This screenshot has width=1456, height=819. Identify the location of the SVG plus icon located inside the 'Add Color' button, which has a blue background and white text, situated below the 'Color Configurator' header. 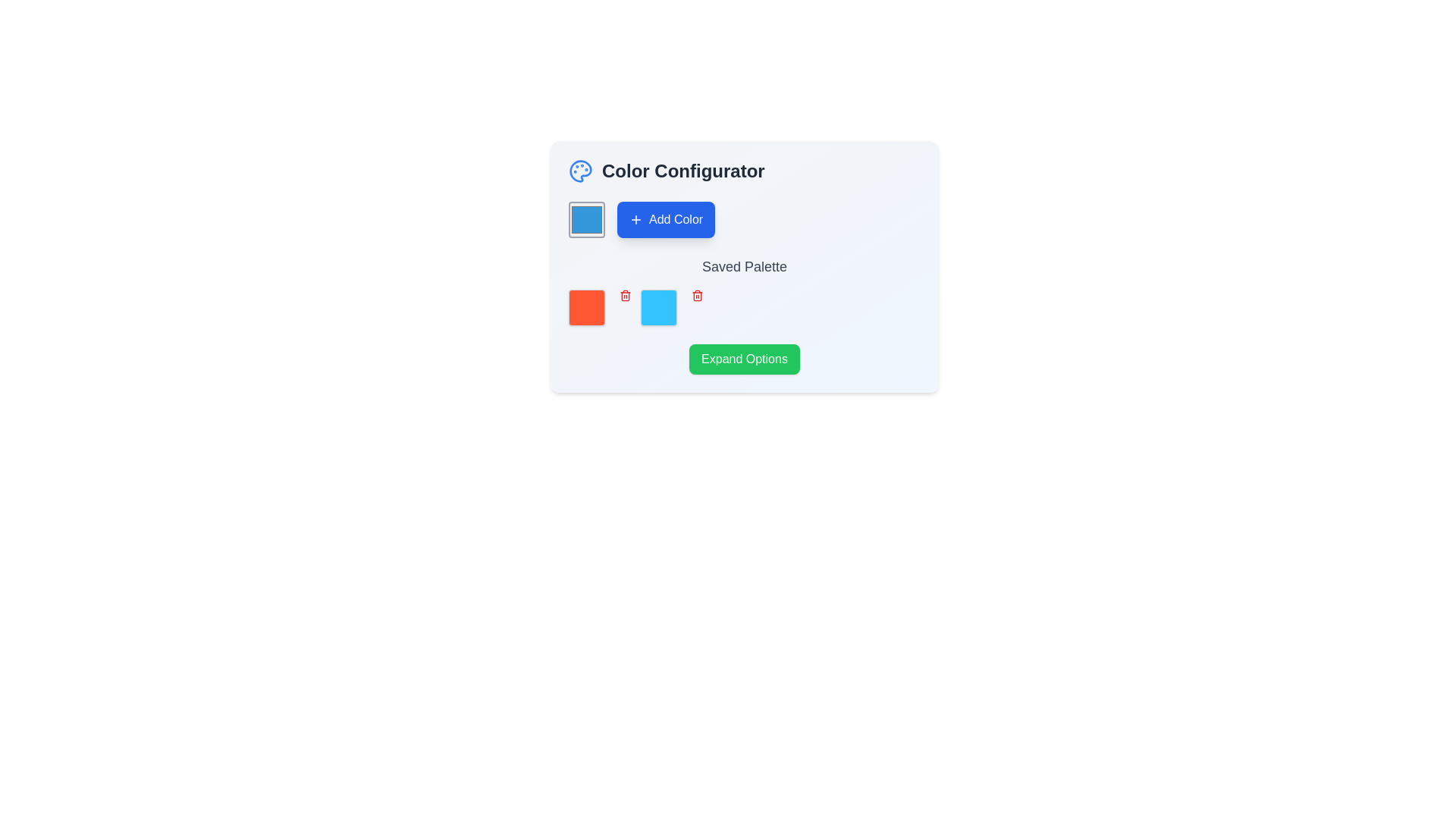
(636, 219).